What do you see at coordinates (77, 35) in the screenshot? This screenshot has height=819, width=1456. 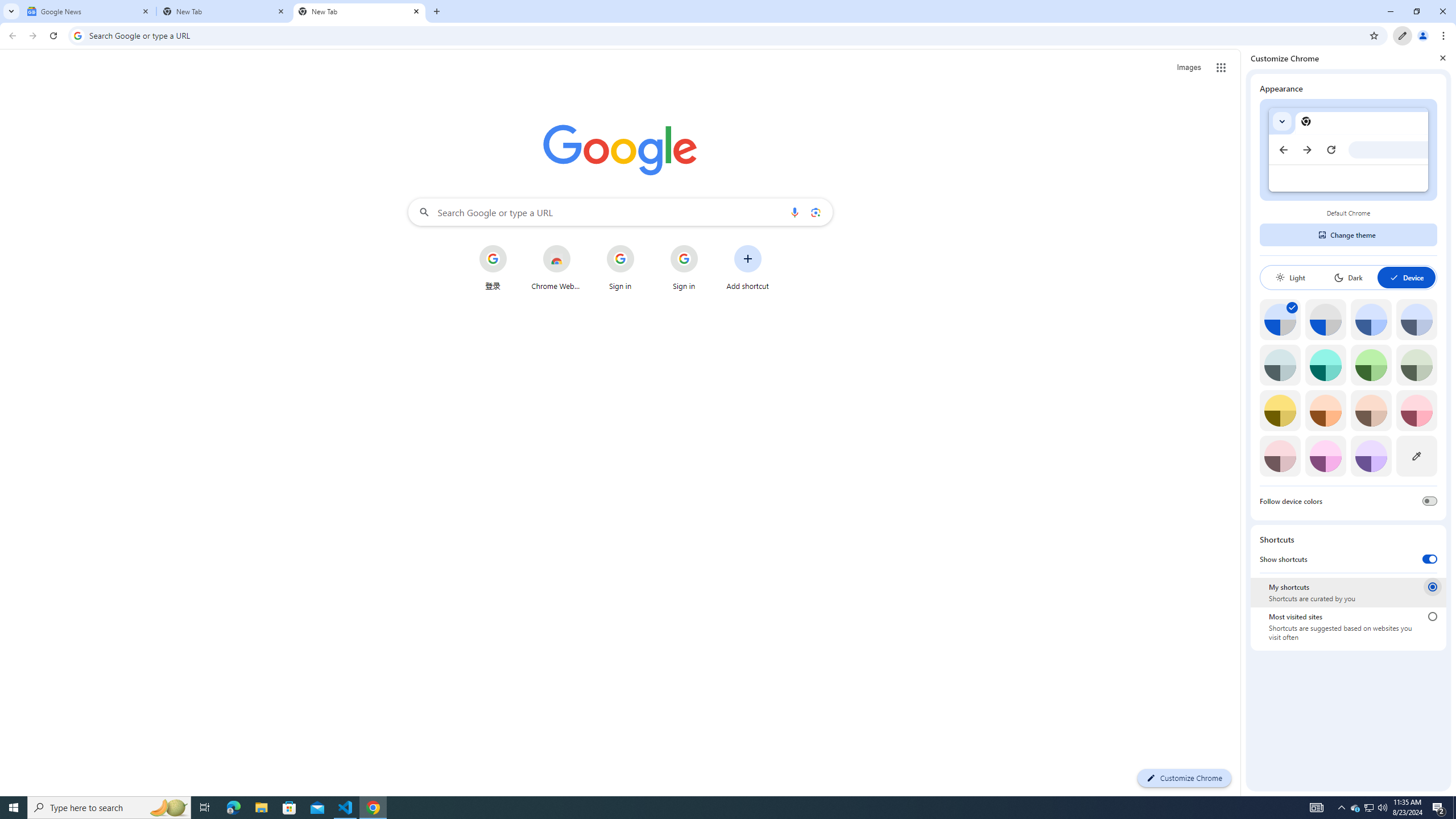 I see `'Search icon'` at bounding box center [77, 35].